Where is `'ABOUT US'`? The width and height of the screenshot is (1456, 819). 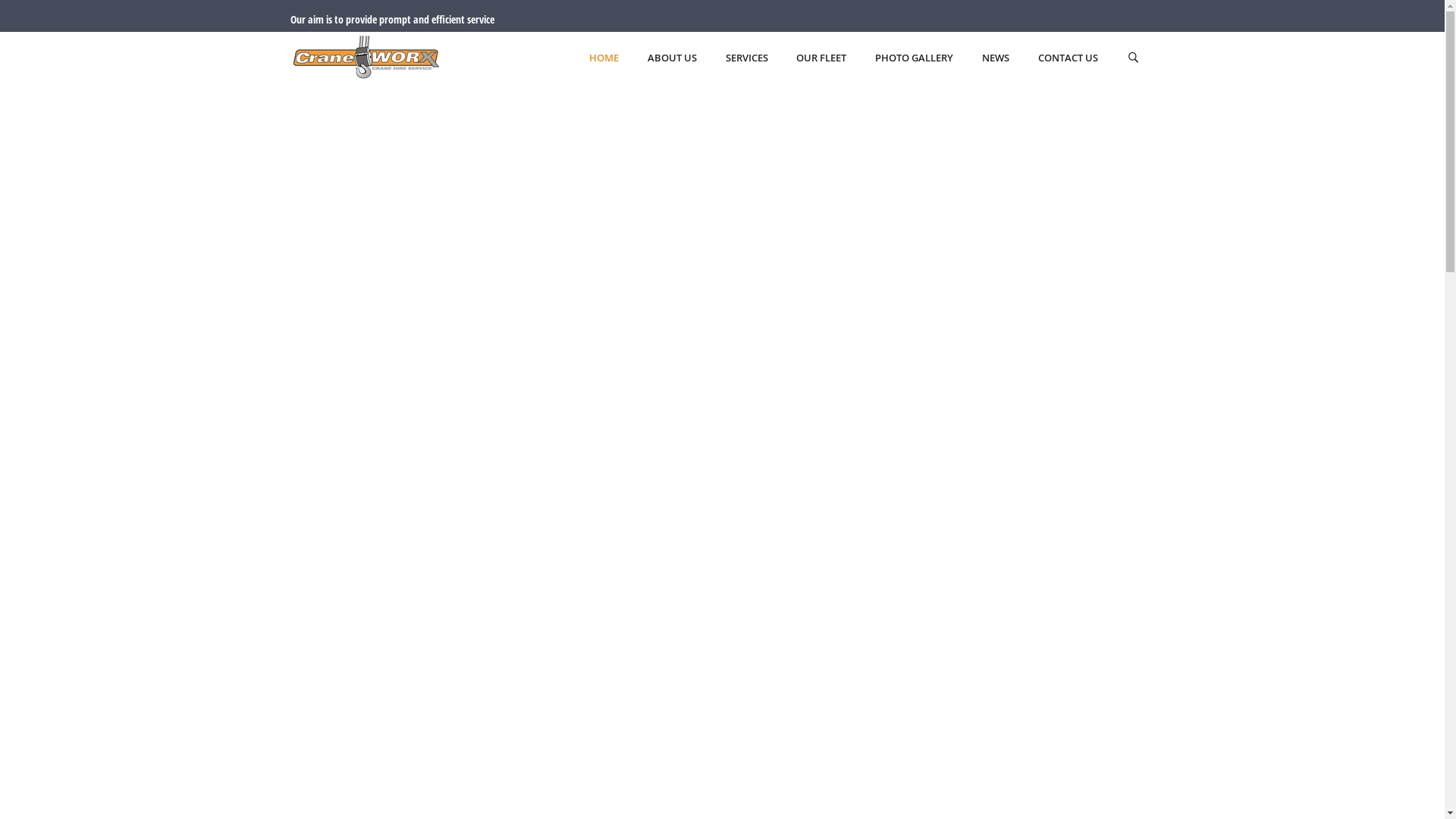
'ABOUT US' is located at coordinates (671, 58).